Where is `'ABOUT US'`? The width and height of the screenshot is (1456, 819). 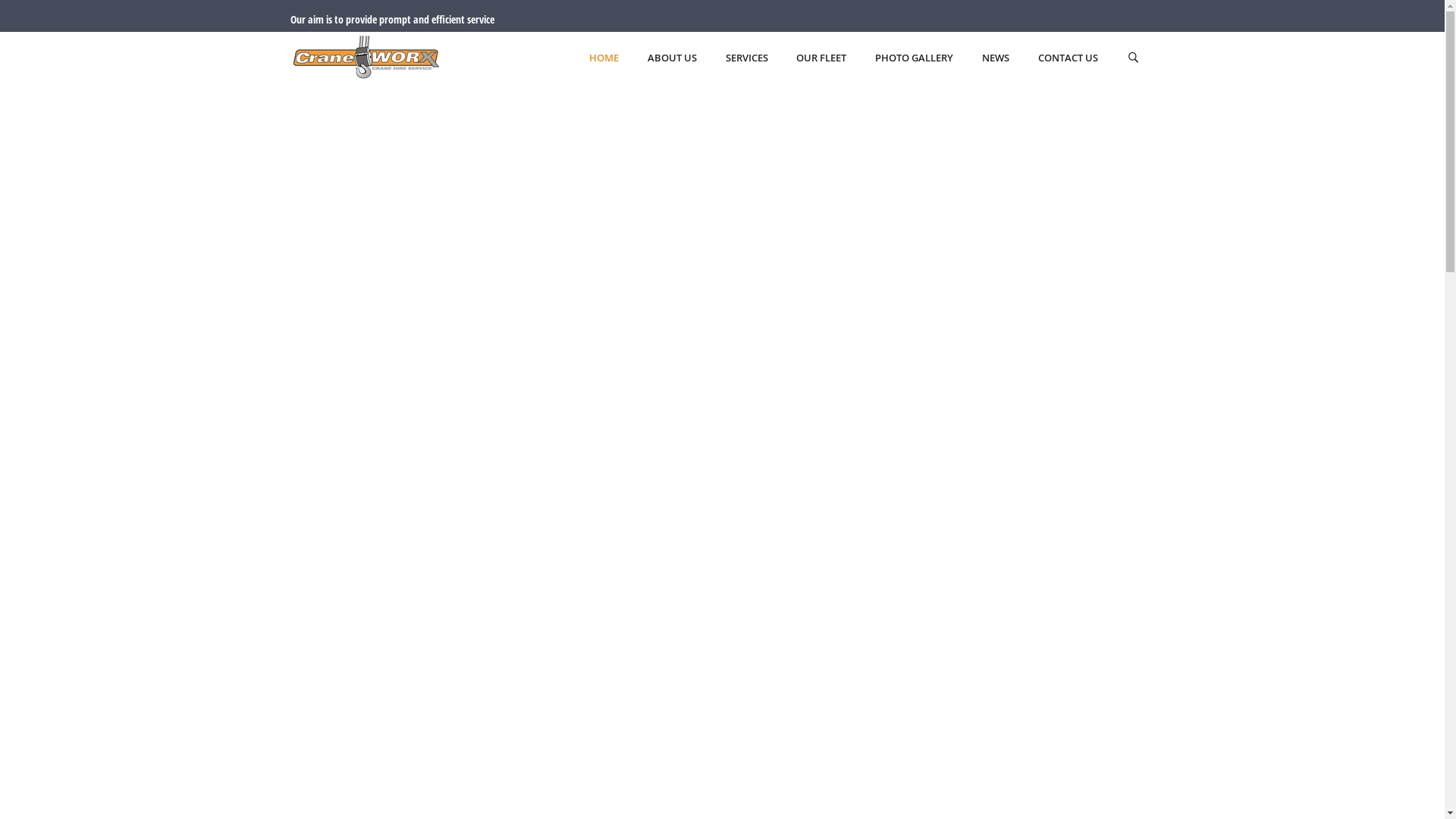
'ABOUT US' is located at coordinates (671, 58).